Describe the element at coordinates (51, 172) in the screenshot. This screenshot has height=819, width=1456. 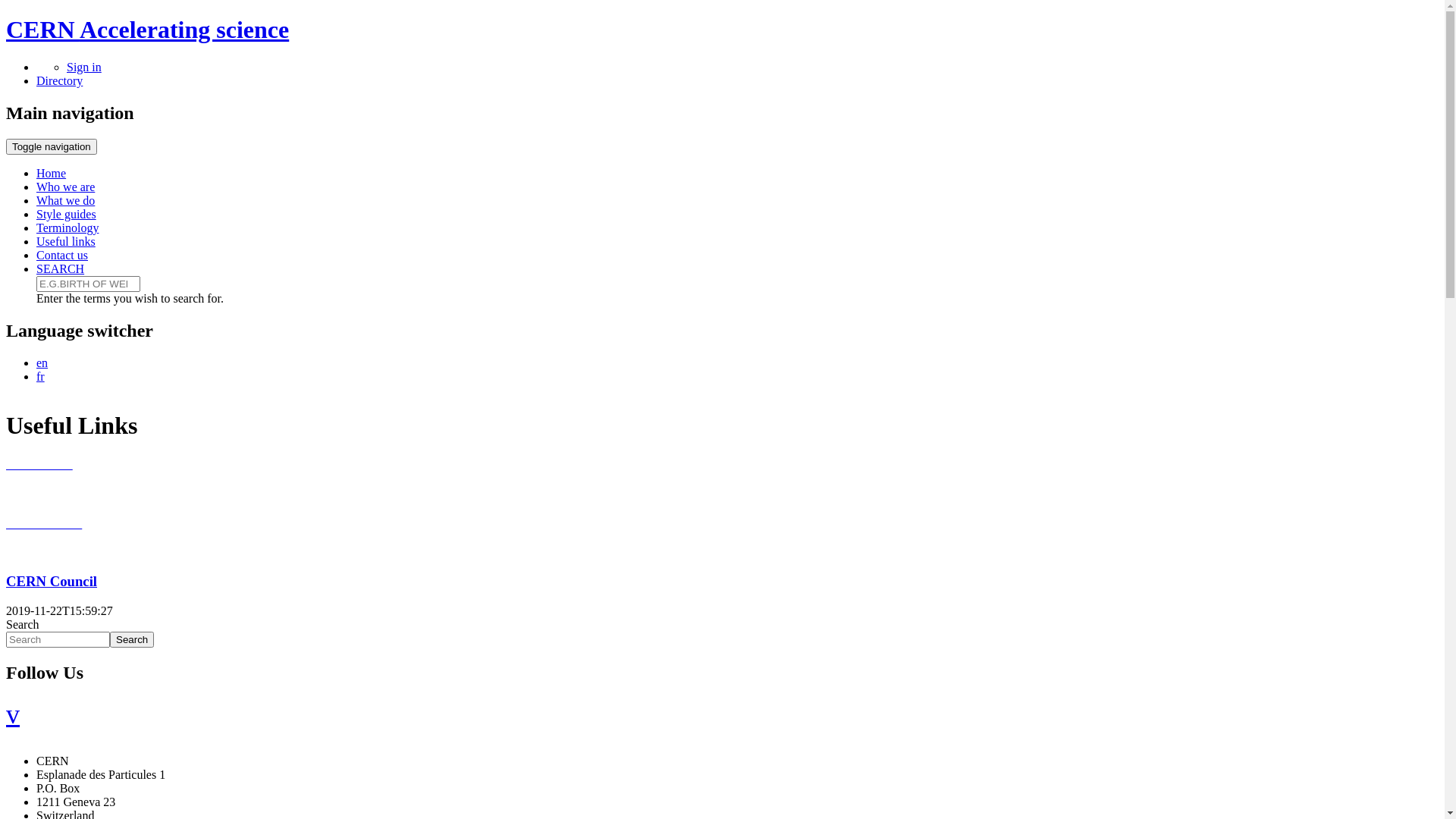
I see `'Home'` at that location.